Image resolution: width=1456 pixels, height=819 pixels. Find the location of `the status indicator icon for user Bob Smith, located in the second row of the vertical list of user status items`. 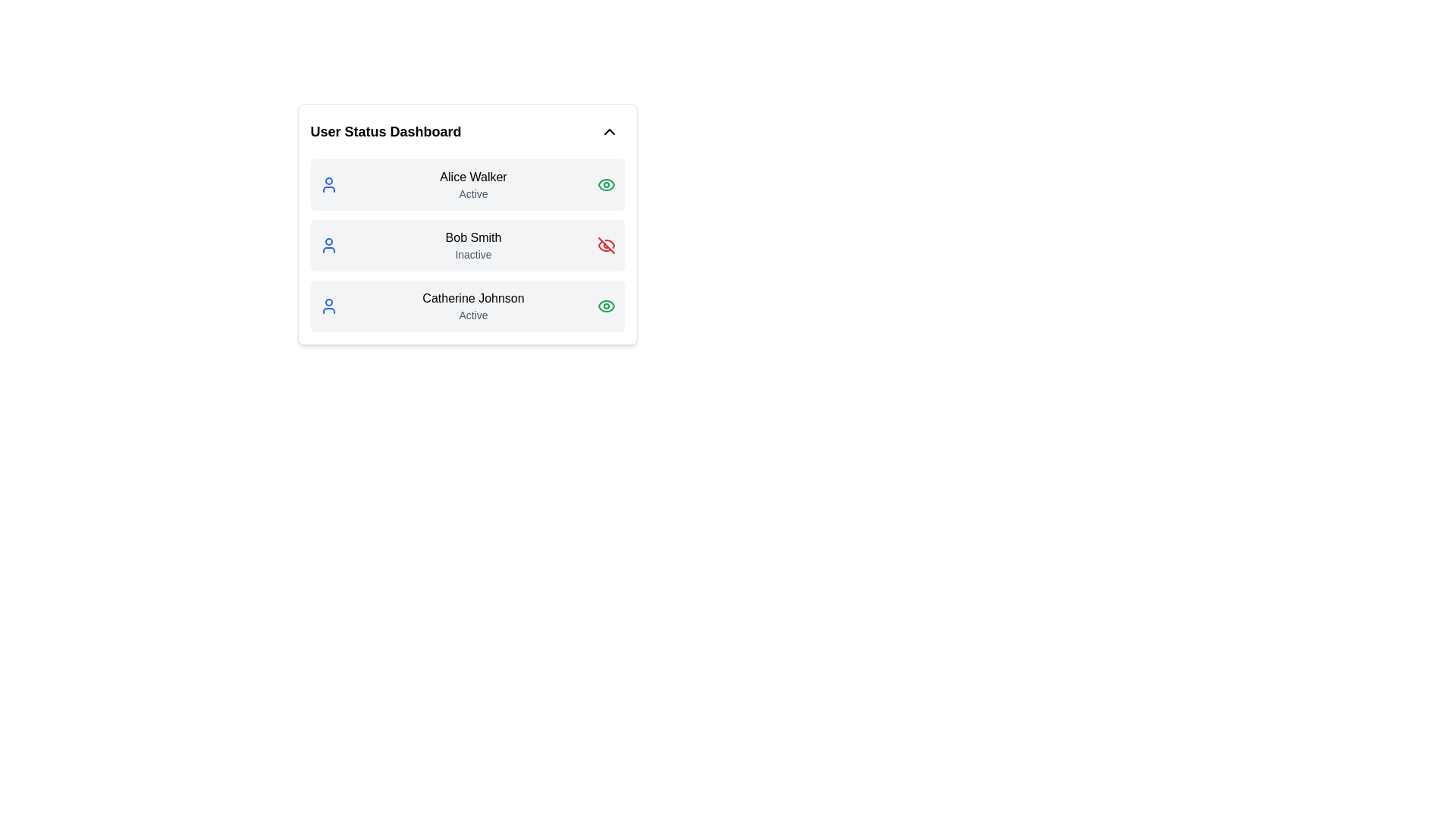

the status indicator icon for user Bob Smith, located in the second row of the vertical list of user status items is located at coordinates (605, 245).